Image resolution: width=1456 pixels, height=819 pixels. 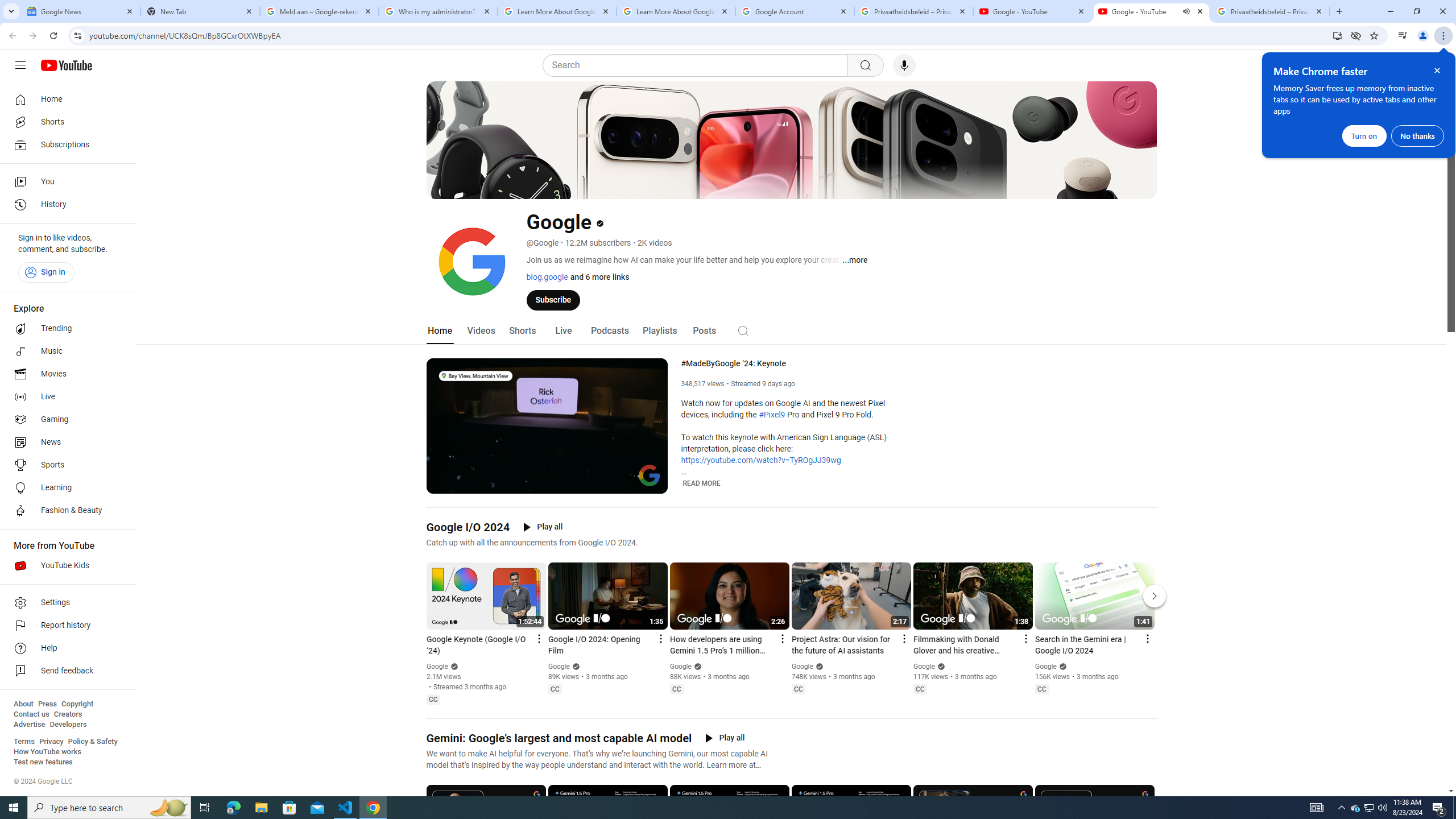 I want to click on 'Playlists', so click(x=659, y=330).